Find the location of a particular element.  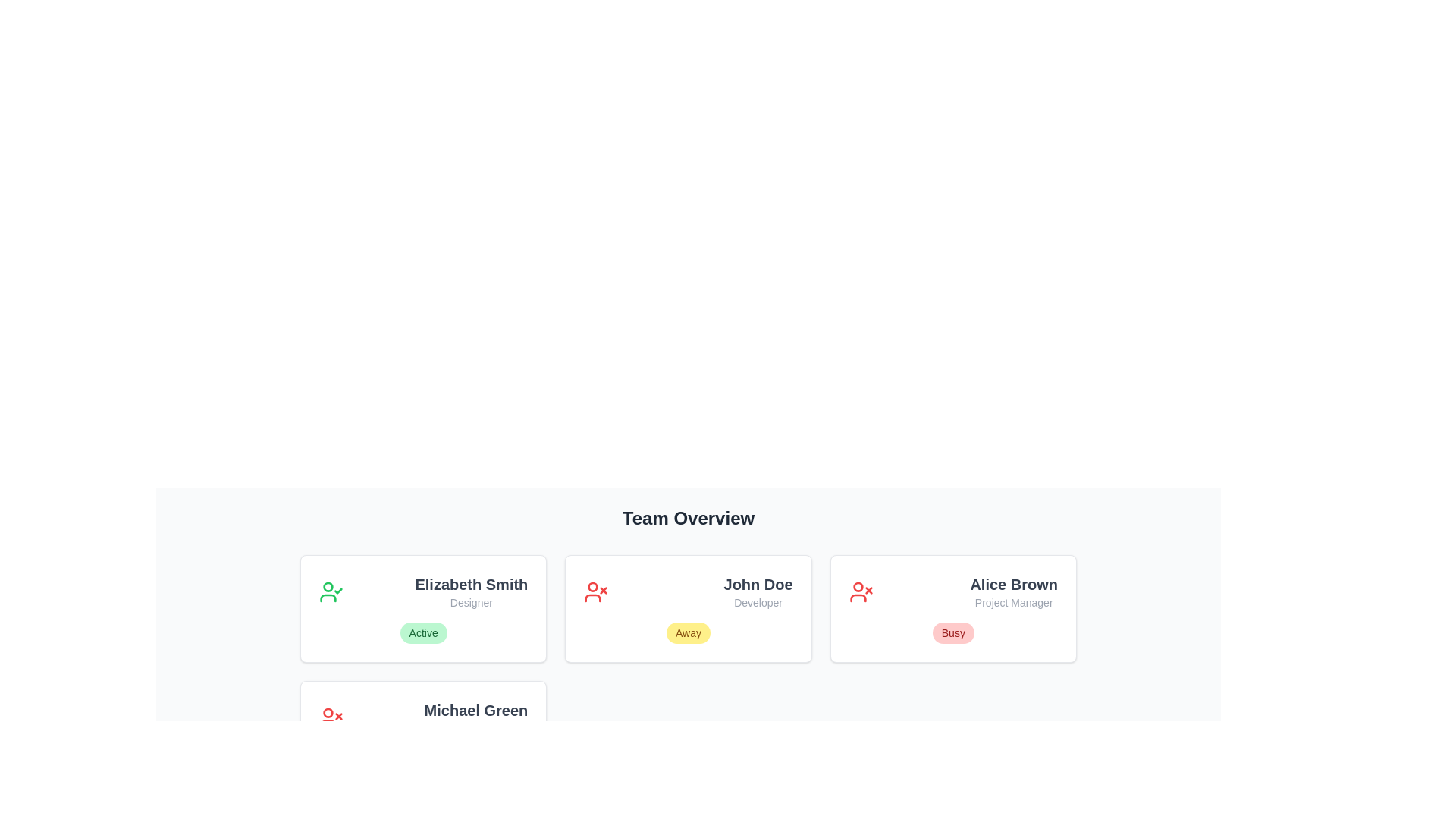

the Profile card is located at coordinates (423, 733).